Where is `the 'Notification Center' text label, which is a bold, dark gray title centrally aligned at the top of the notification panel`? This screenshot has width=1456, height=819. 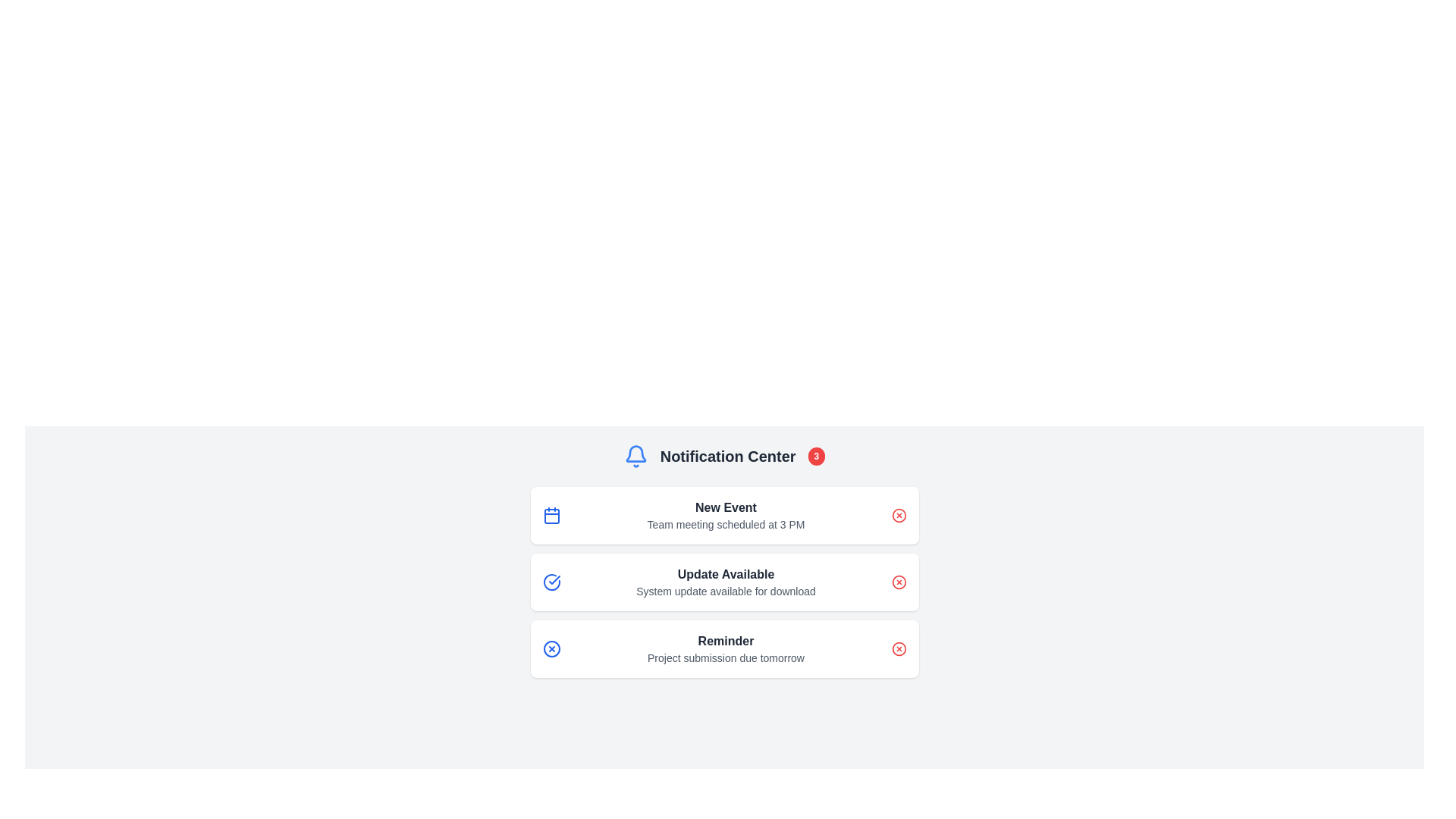 the 'Notification Center' text label, which is a bold, dark gray title centrally aligned at the top of the notification panel is located at coordinates (728, 455).